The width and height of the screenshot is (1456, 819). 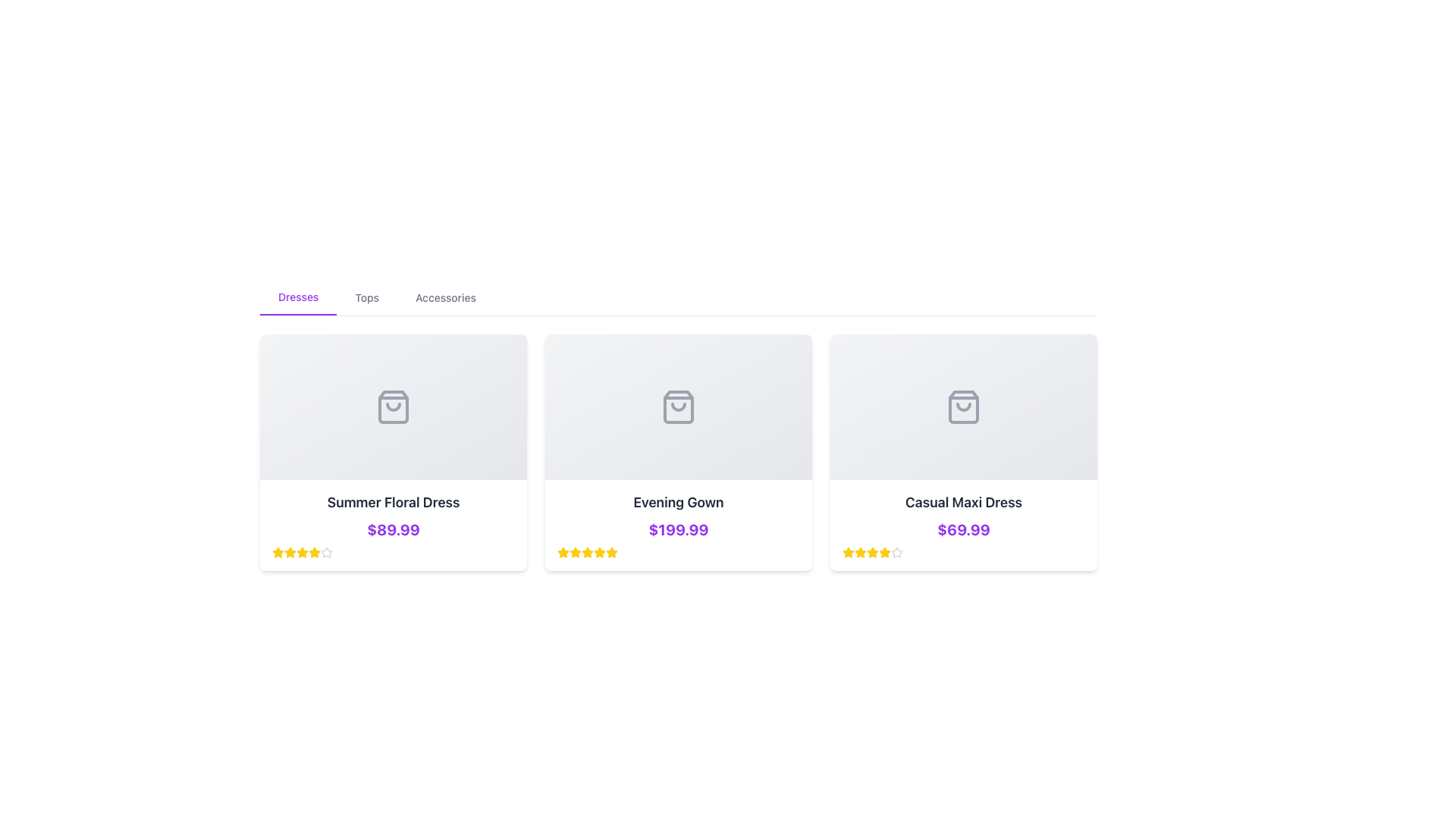 What do you see at coordinates (677, 406) in the screenshot?
I see `the shopping bag icon located in the second card labeled 'Evening Gown'` at bounding box center [677, 406].